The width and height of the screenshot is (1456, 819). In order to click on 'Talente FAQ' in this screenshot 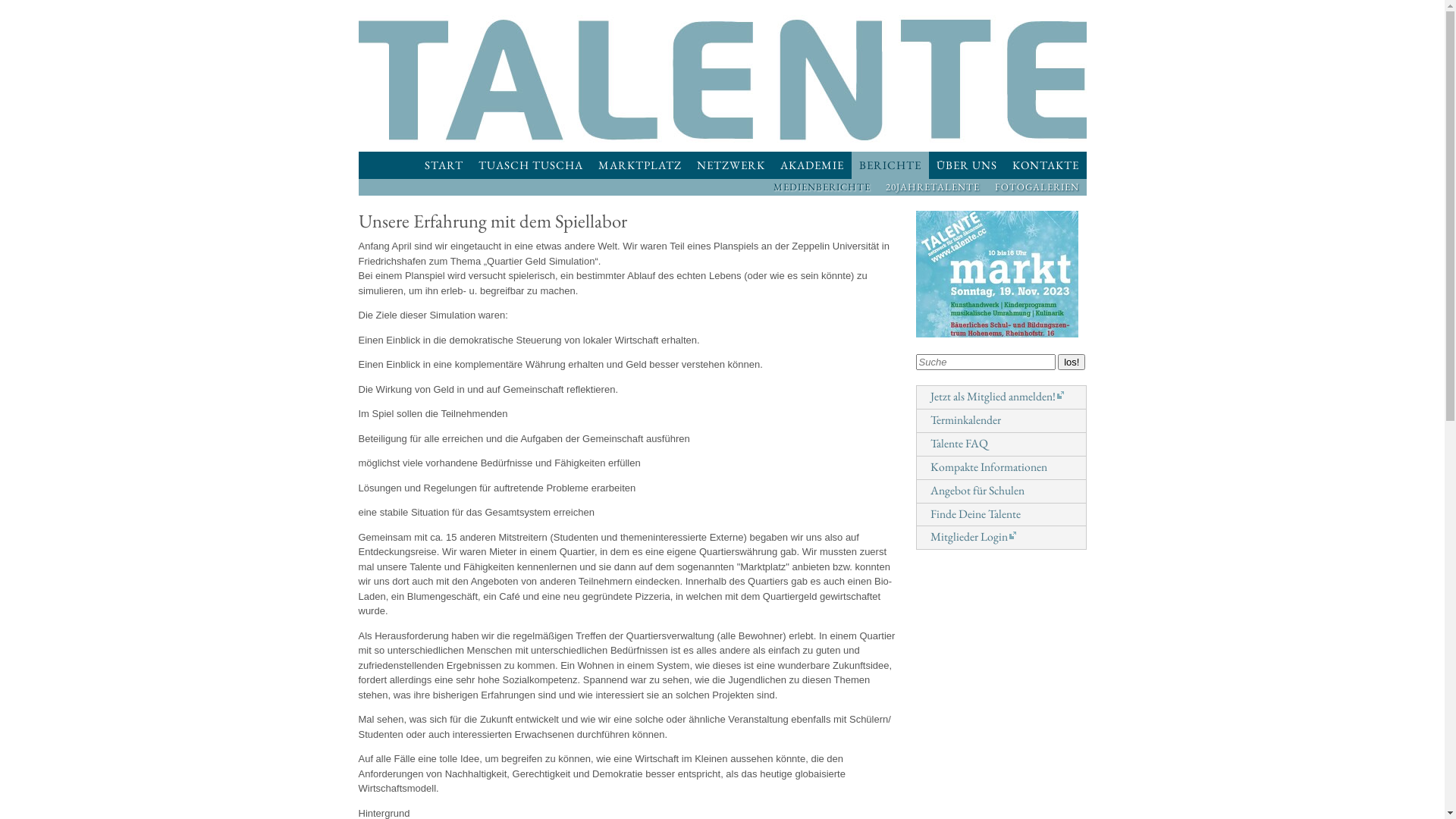, I will do `click(952, 443)`.